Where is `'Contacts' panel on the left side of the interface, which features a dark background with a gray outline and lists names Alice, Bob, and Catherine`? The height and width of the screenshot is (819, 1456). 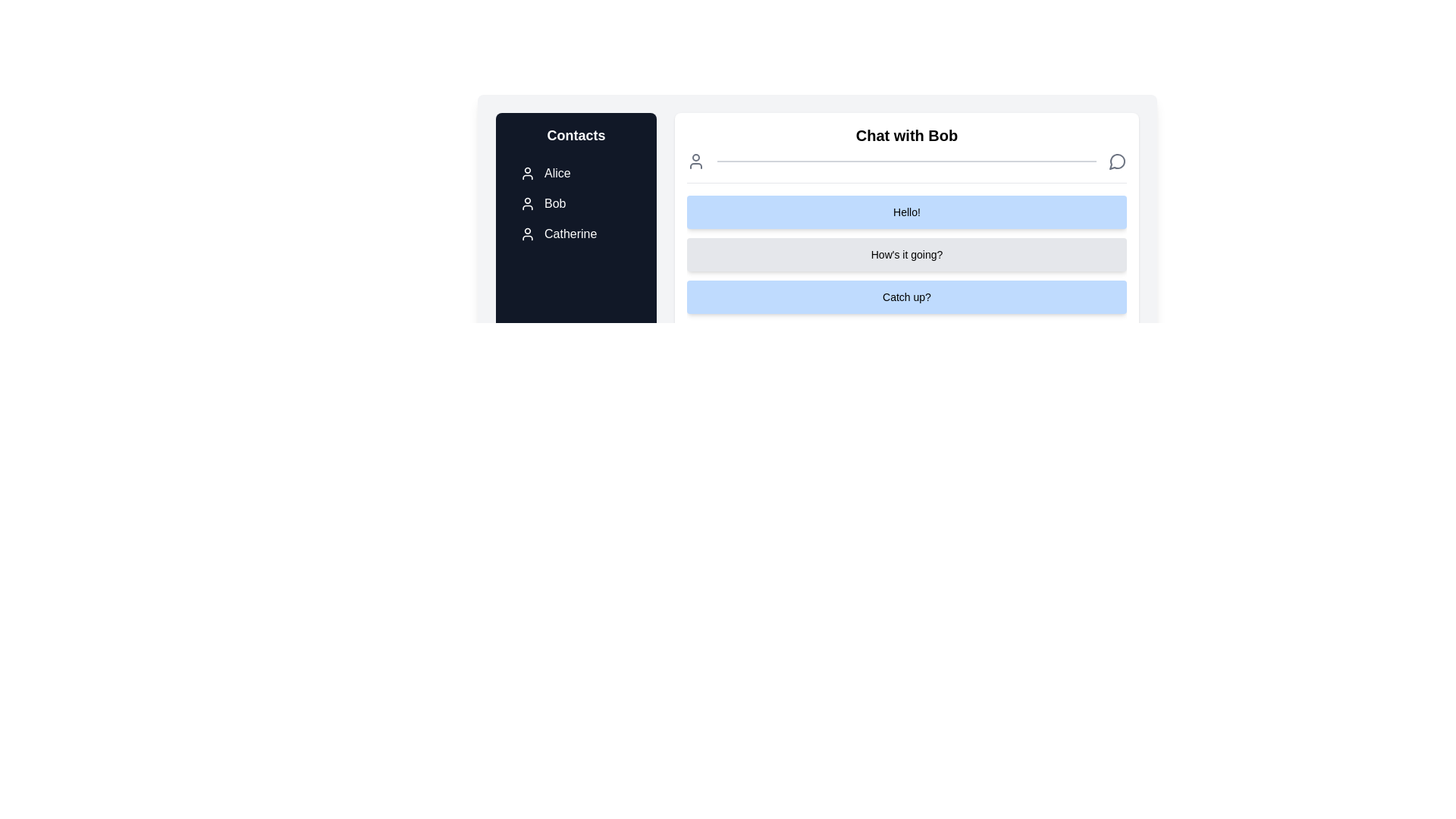
'Contacts' panel on the left side of the interface, which features a dark background with a gray outline and lists names Alice, Bob, and Catherine is located at coordinates (575, 253).